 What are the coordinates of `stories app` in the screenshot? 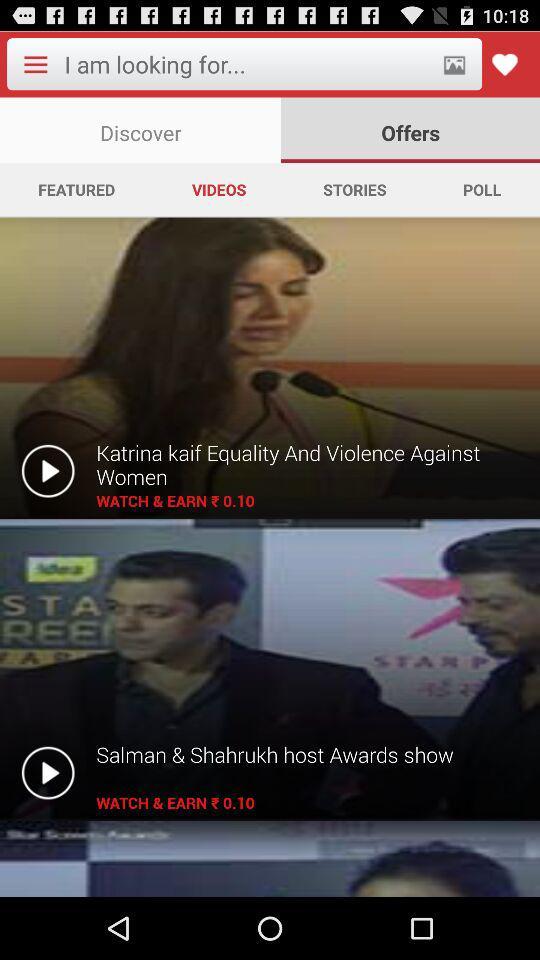 It's located at (353, 189).